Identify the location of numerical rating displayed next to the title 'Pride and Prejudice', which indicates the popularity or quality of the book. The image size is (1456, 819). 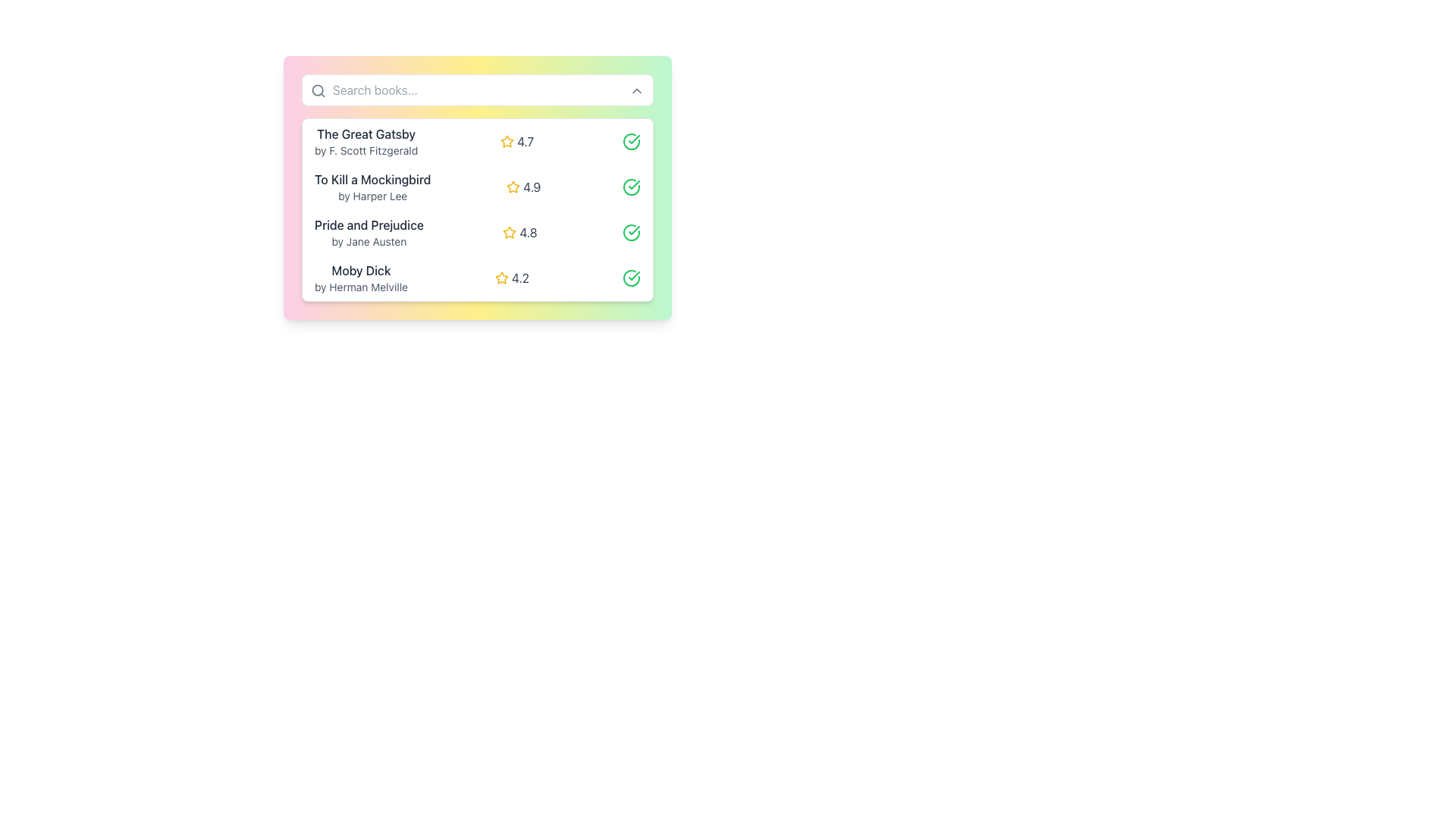
(528, 233).